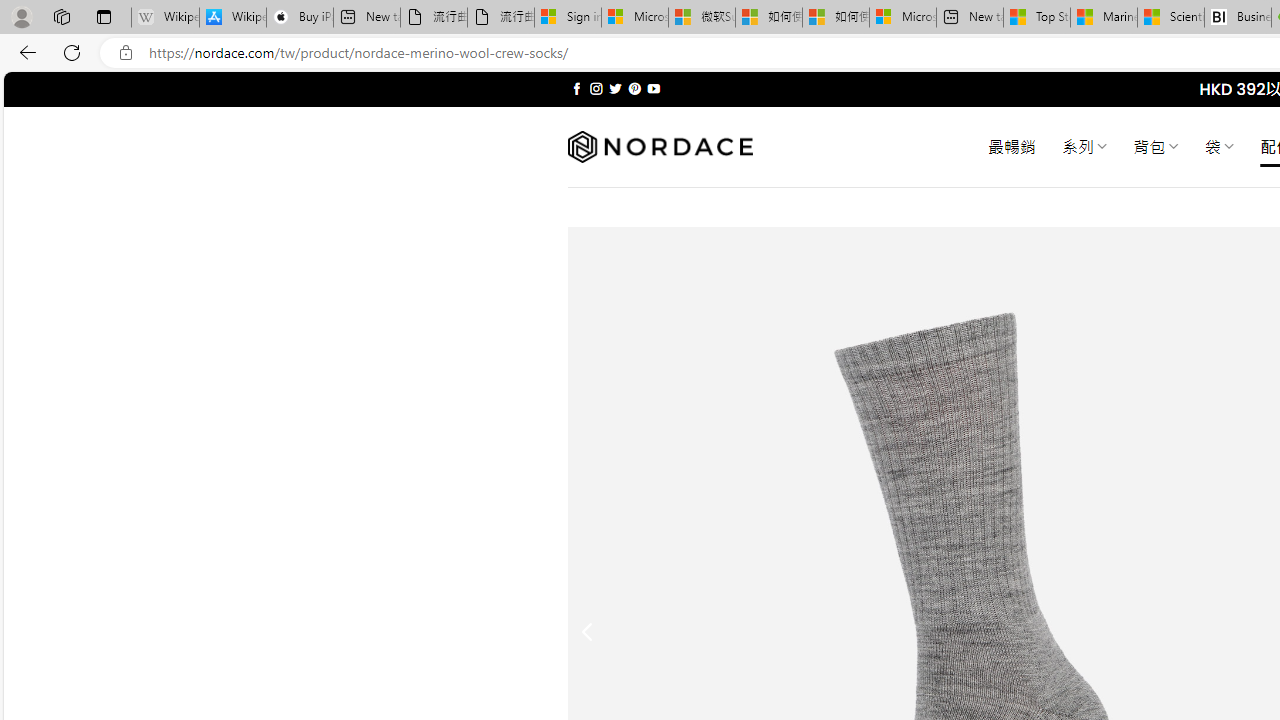  What do you see at coordinates (633, 88) in the screenshot?
I see `'Follow on Pinterest'` at bounding box center [633, 88].